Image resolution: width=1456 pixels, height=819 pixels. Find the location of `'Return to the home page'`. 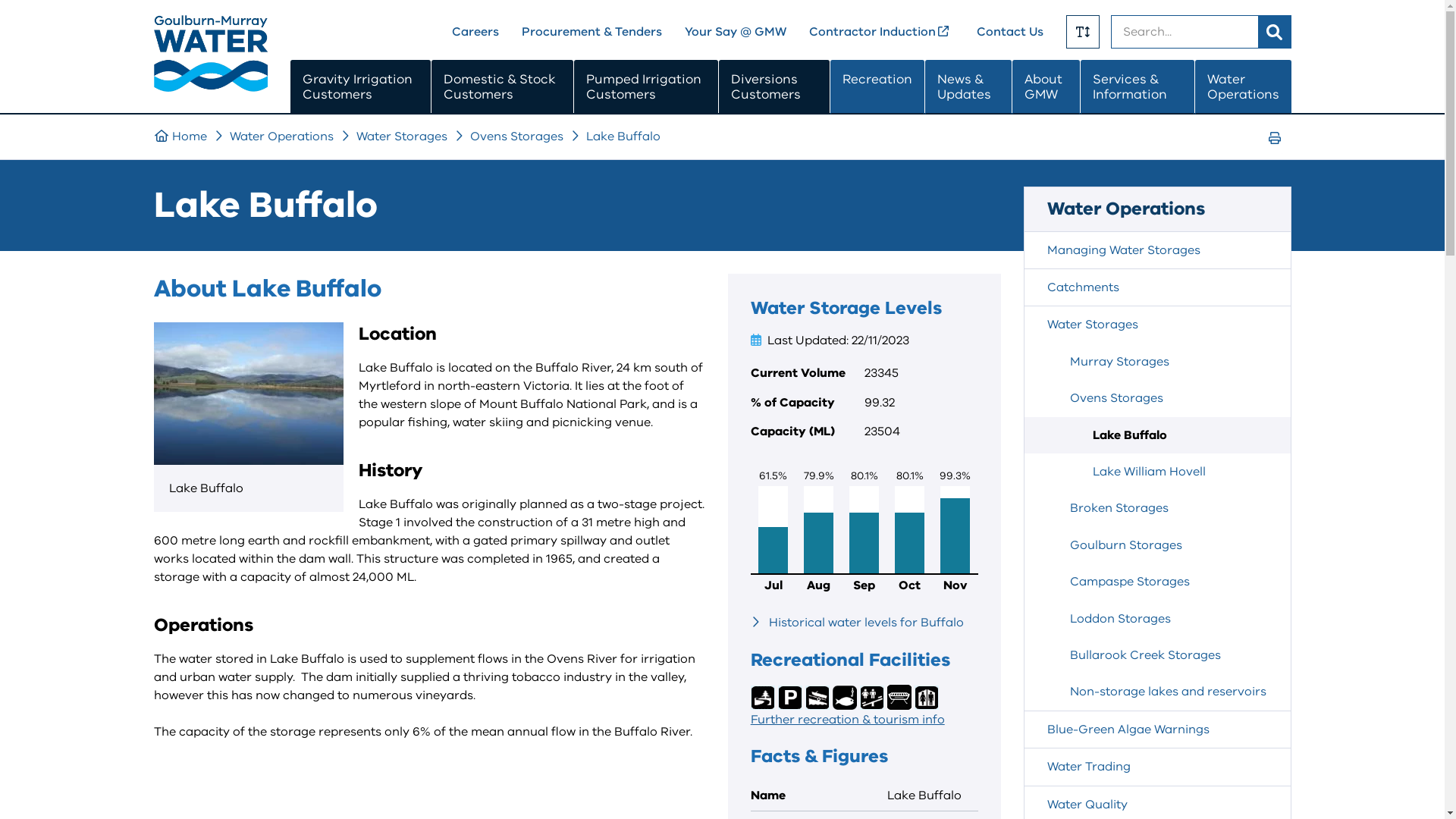

'Return to the home page' is located at coordinates (209, 87).